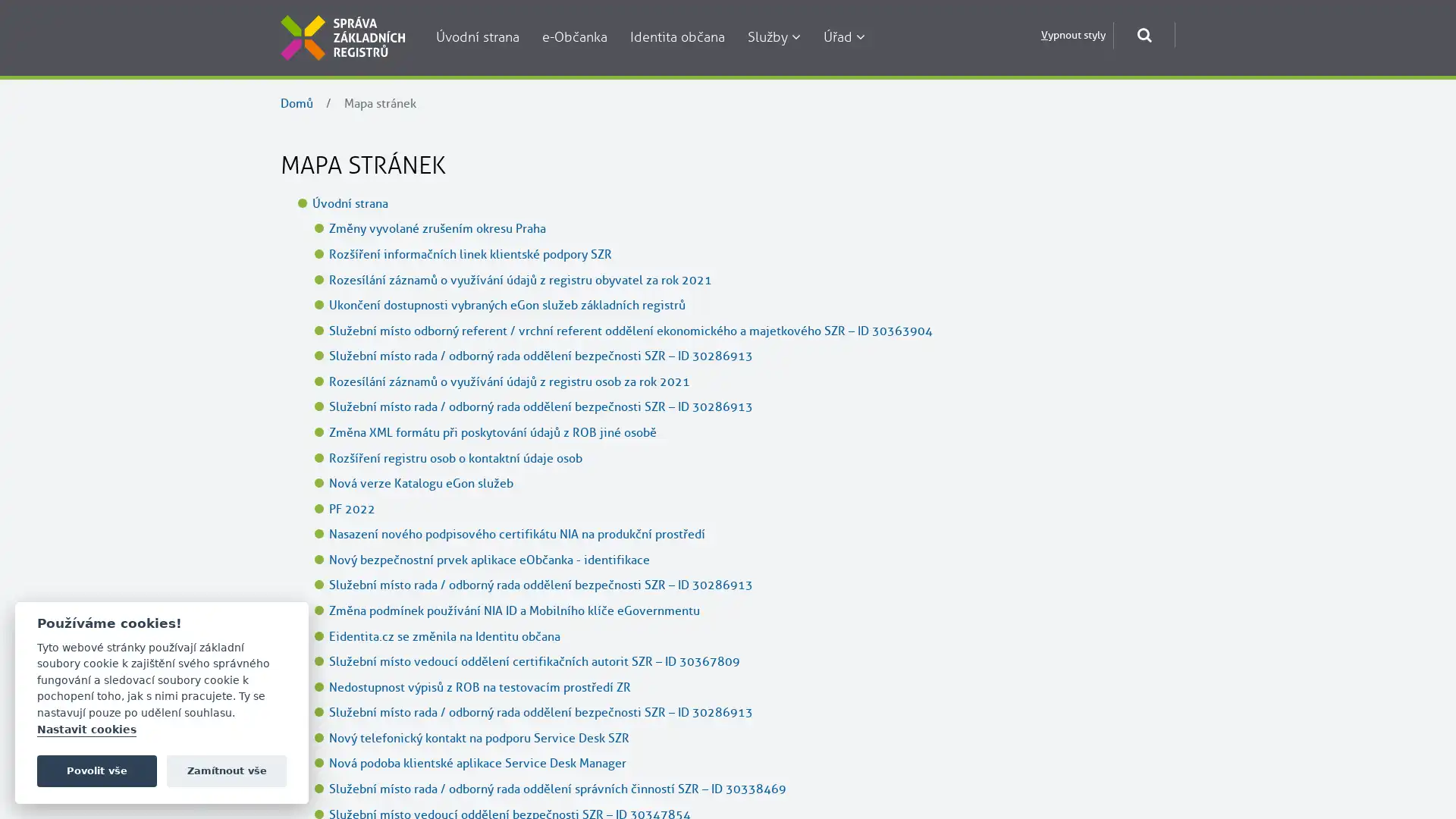  What do you see at coordinates (225, 770) in the screenshot?
I see `Zamitnout vse` at bounding box center [225, 770].